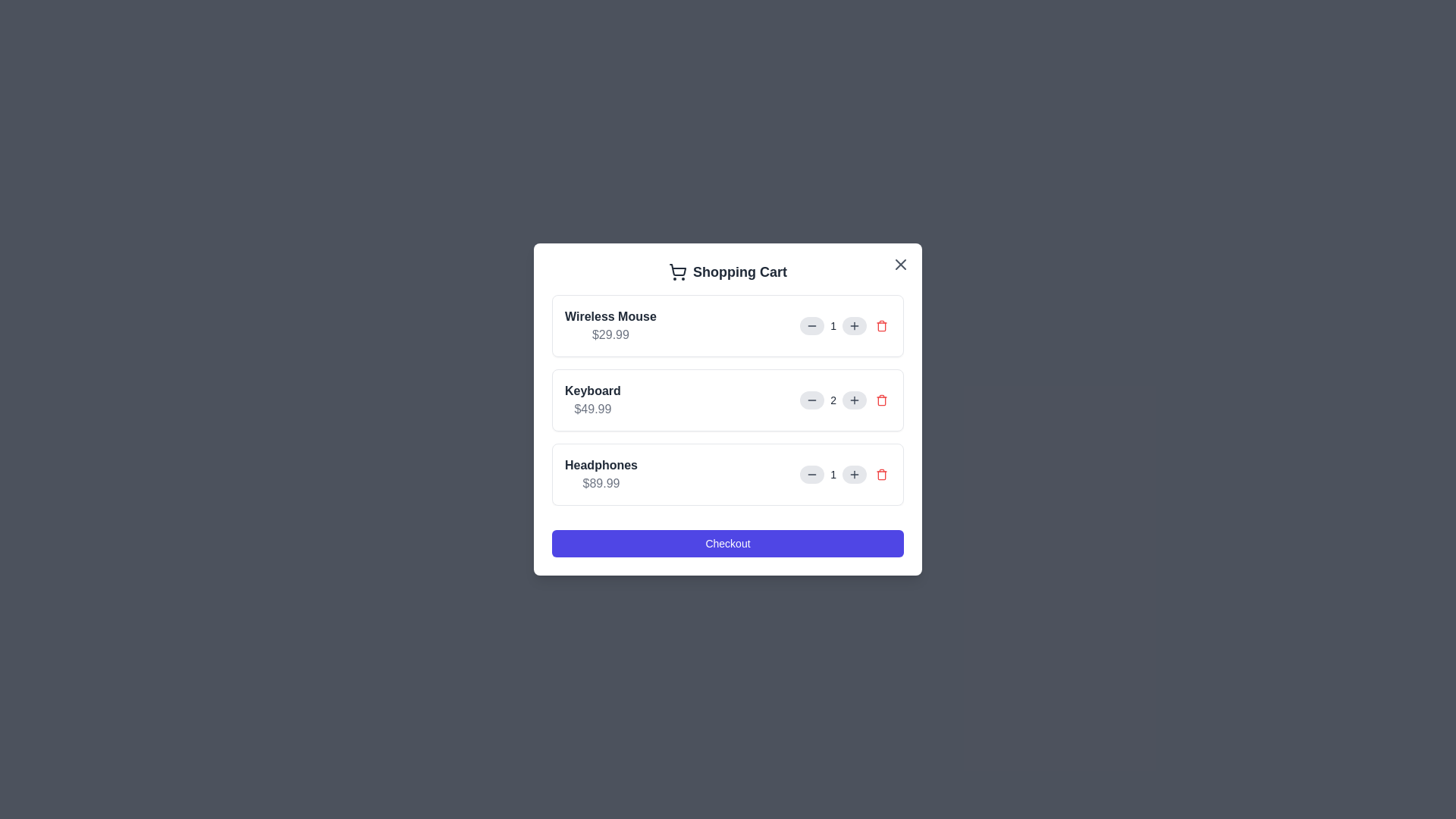 This screenshot has width=1456, height=819. Describe the element at coordinates (600, 464) in the screenshot. I see `the text label displaying the product name 'Headphones' located in the third row of the shopping cart interface` at that location.